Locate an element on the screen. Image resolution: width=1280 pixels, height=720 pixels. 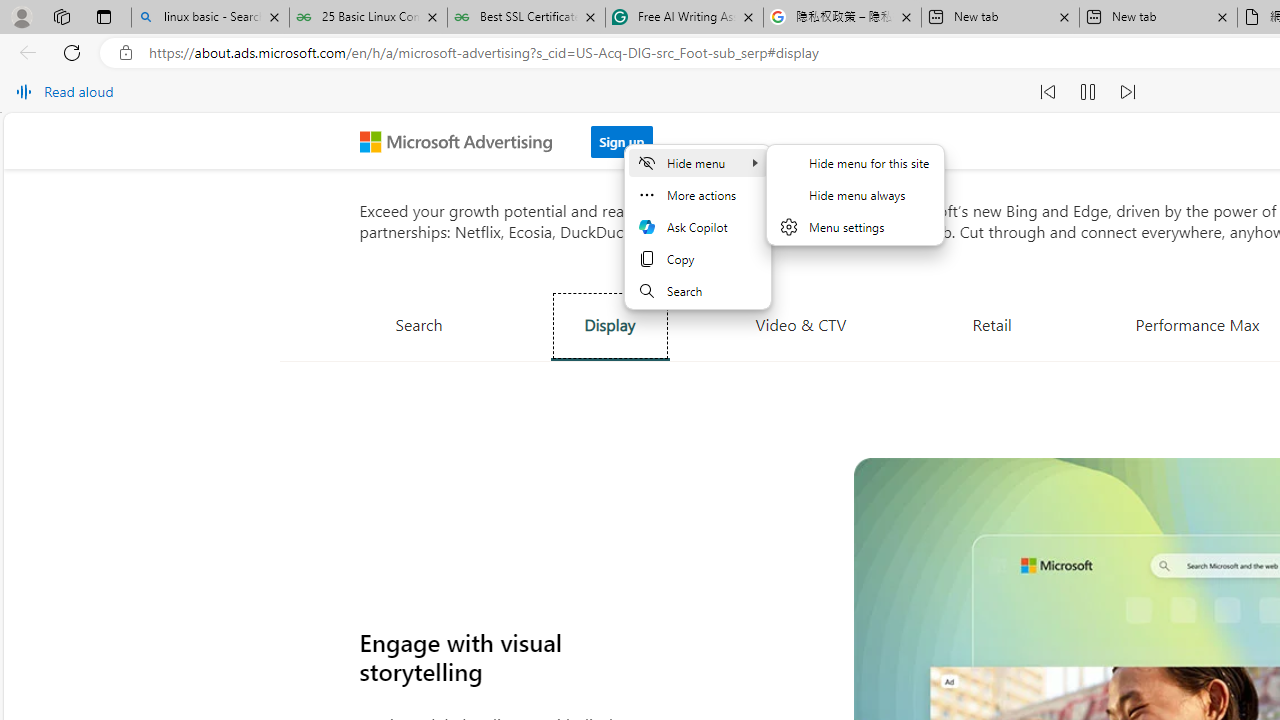
'Pause read aloud (Ctrl+Shift+U)' is located at coordinates (1087, 92).